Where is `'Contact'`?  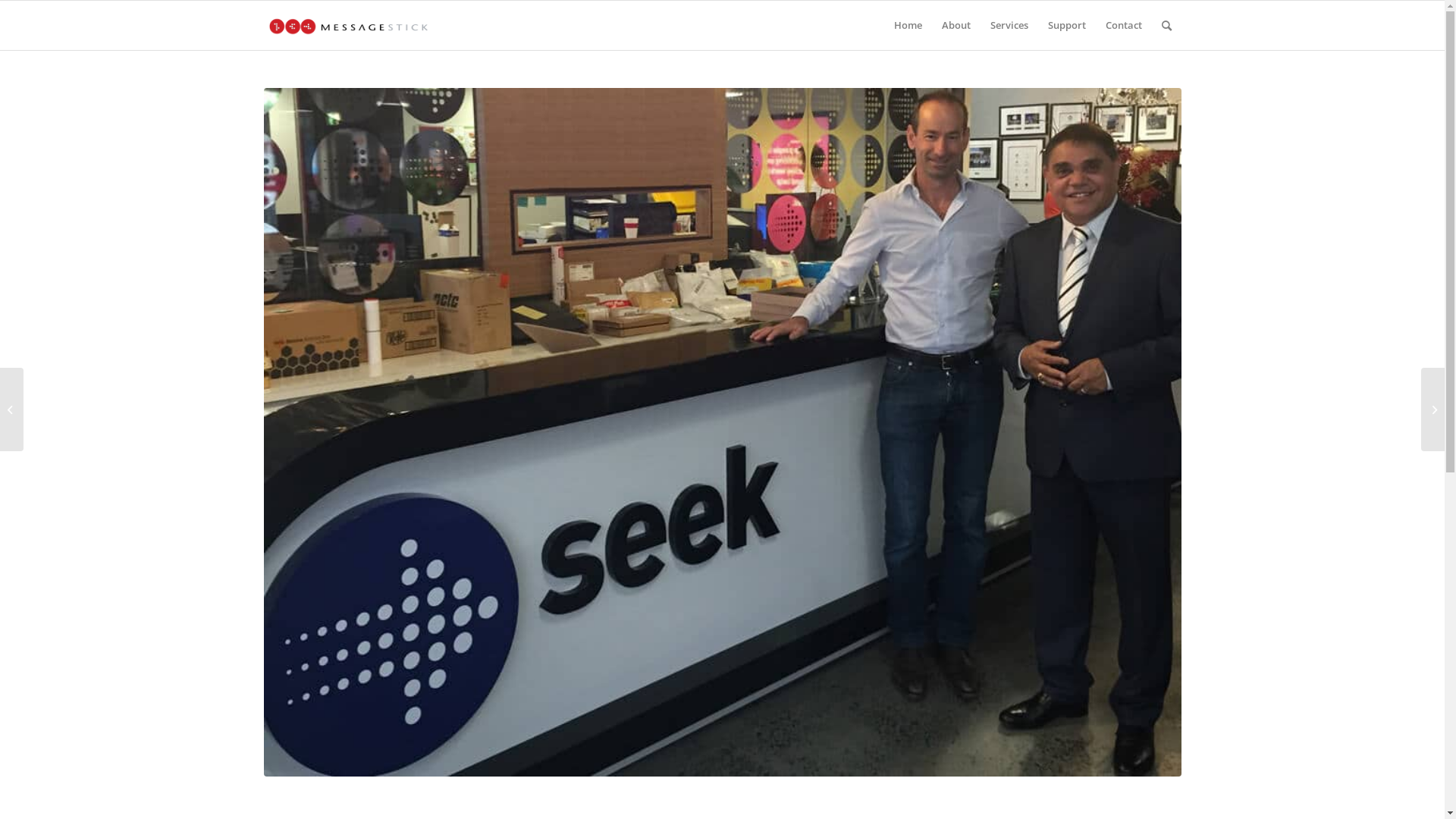 'Contact' is located at coordinates (1123, 25).